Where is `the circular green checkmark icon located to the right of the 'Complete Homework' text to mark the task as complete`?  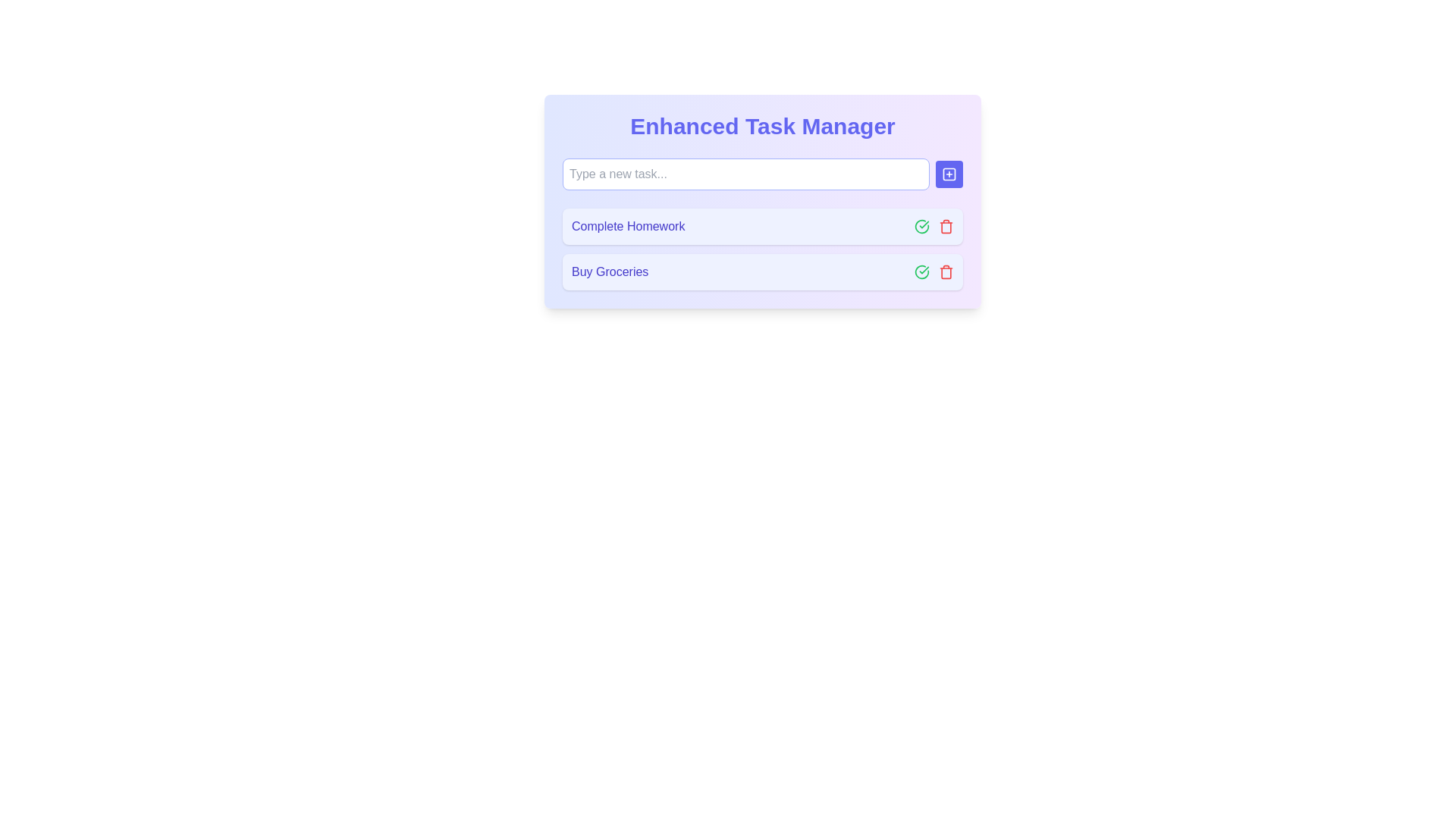 the circular green checkmark icon located to the right of the 'Complete Homework' text to mark the task as complete is located at coordinates (921, 271).